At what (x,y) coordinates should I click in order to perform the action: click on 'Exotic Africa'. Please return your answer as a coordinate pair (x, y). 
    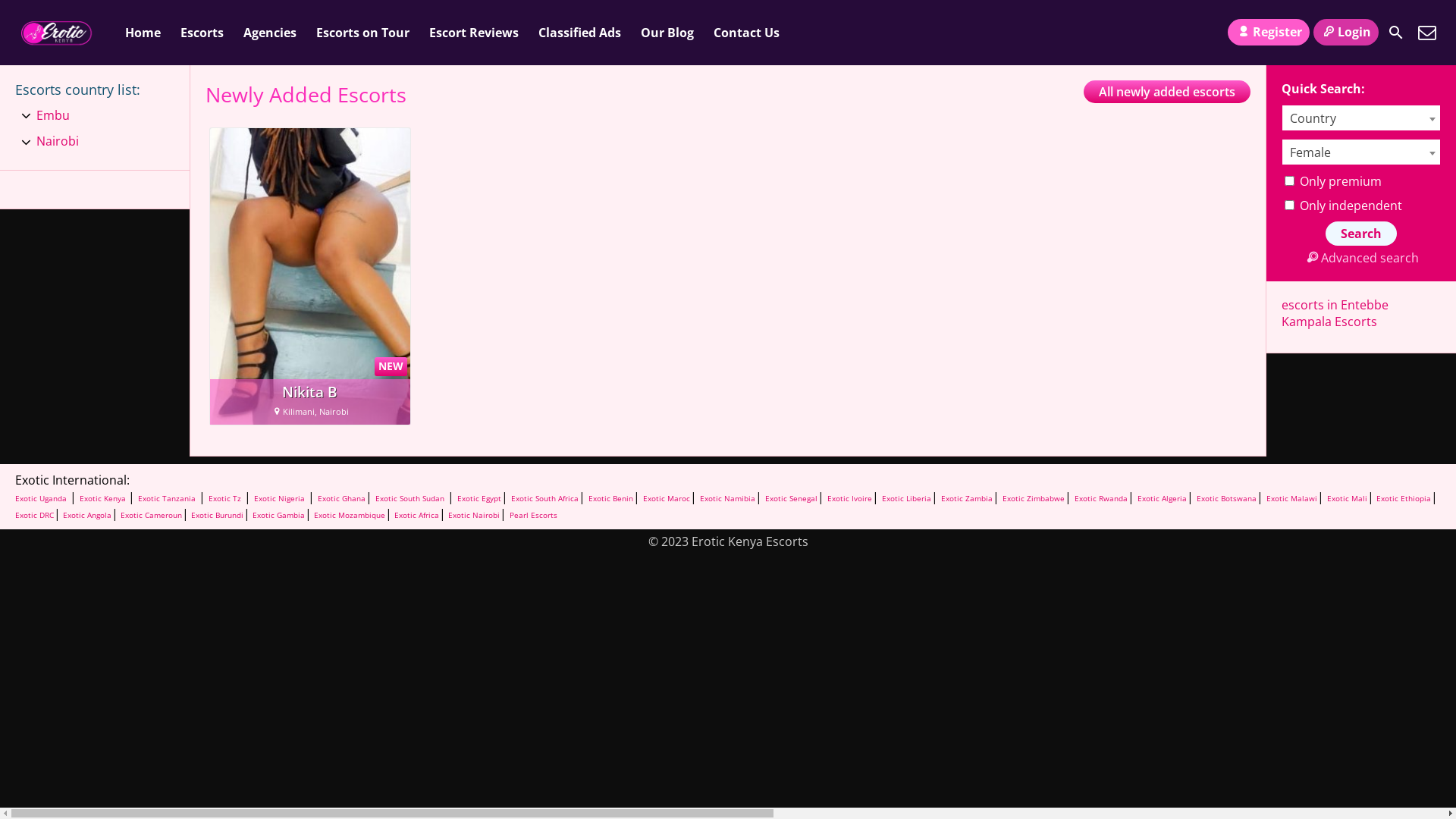
    Looking at the image, I should click on (415, 513).